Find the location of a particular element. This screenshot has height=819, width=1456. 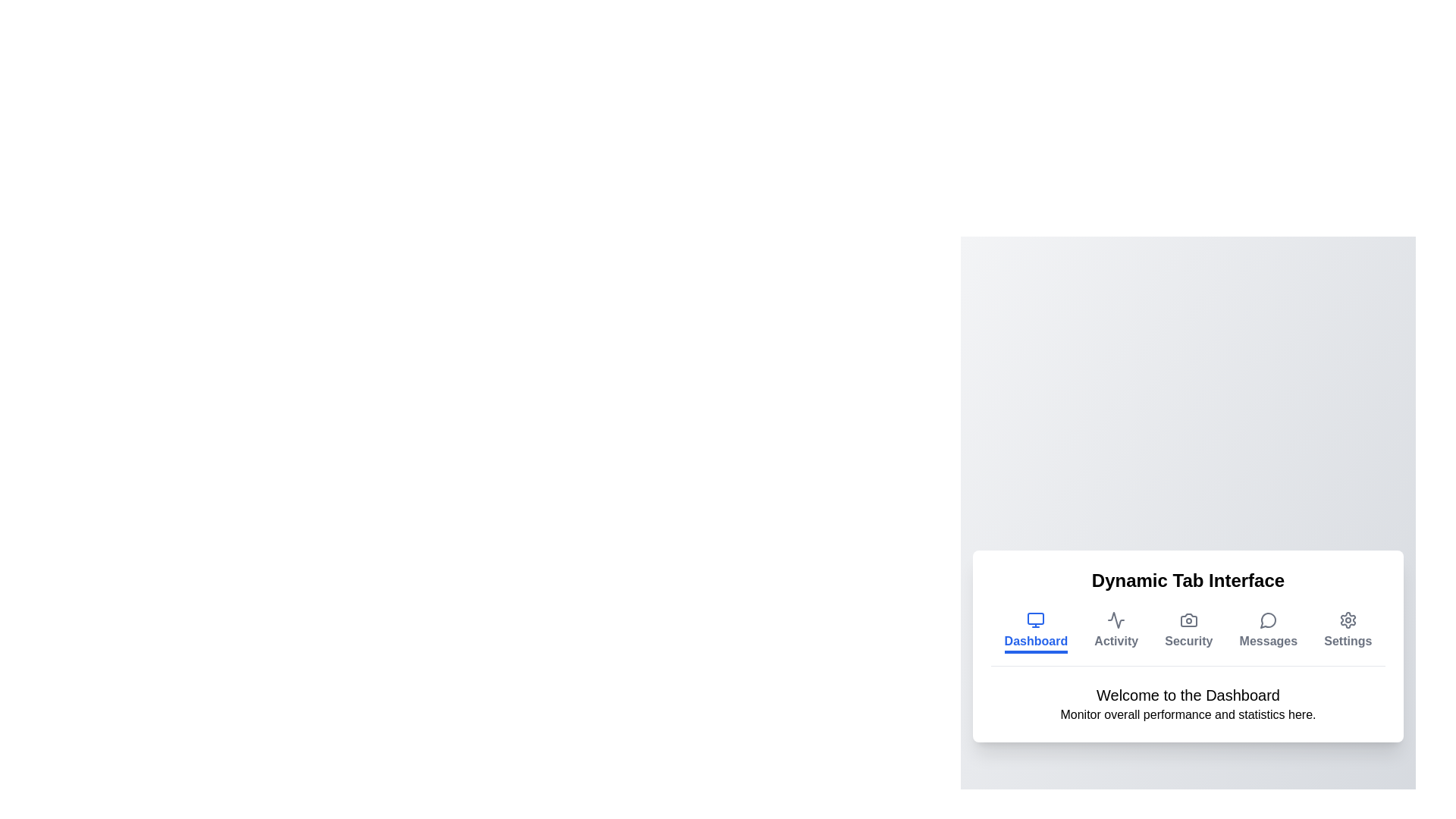

the camera icon located in the bottom navigation bar of the 'Security' tab group, which is styled with rounded edges and a minimalist design is located at coordinates (1188, 620).